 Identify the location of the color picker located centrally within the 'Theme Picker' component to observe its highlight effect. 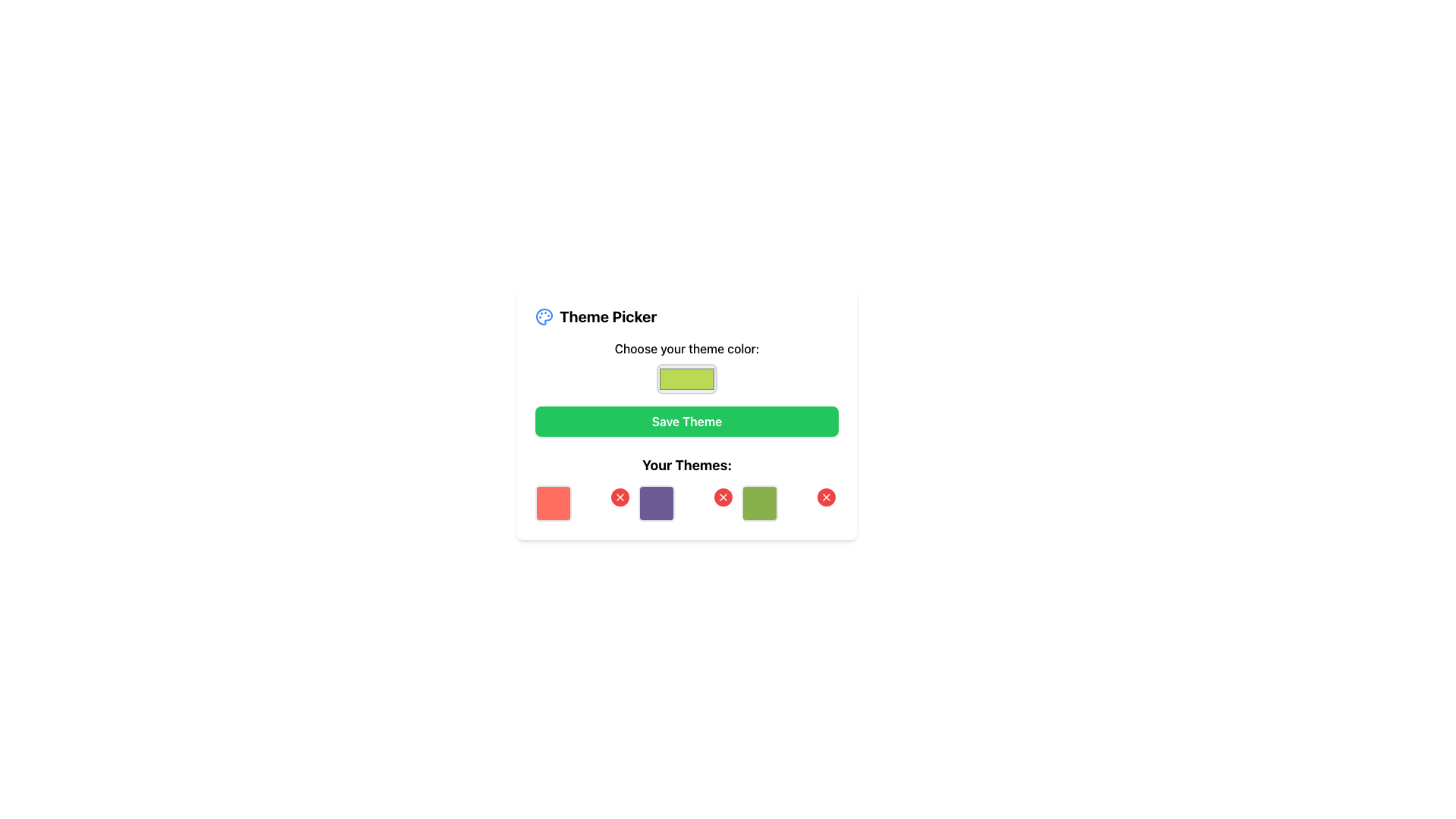
(686, 366).